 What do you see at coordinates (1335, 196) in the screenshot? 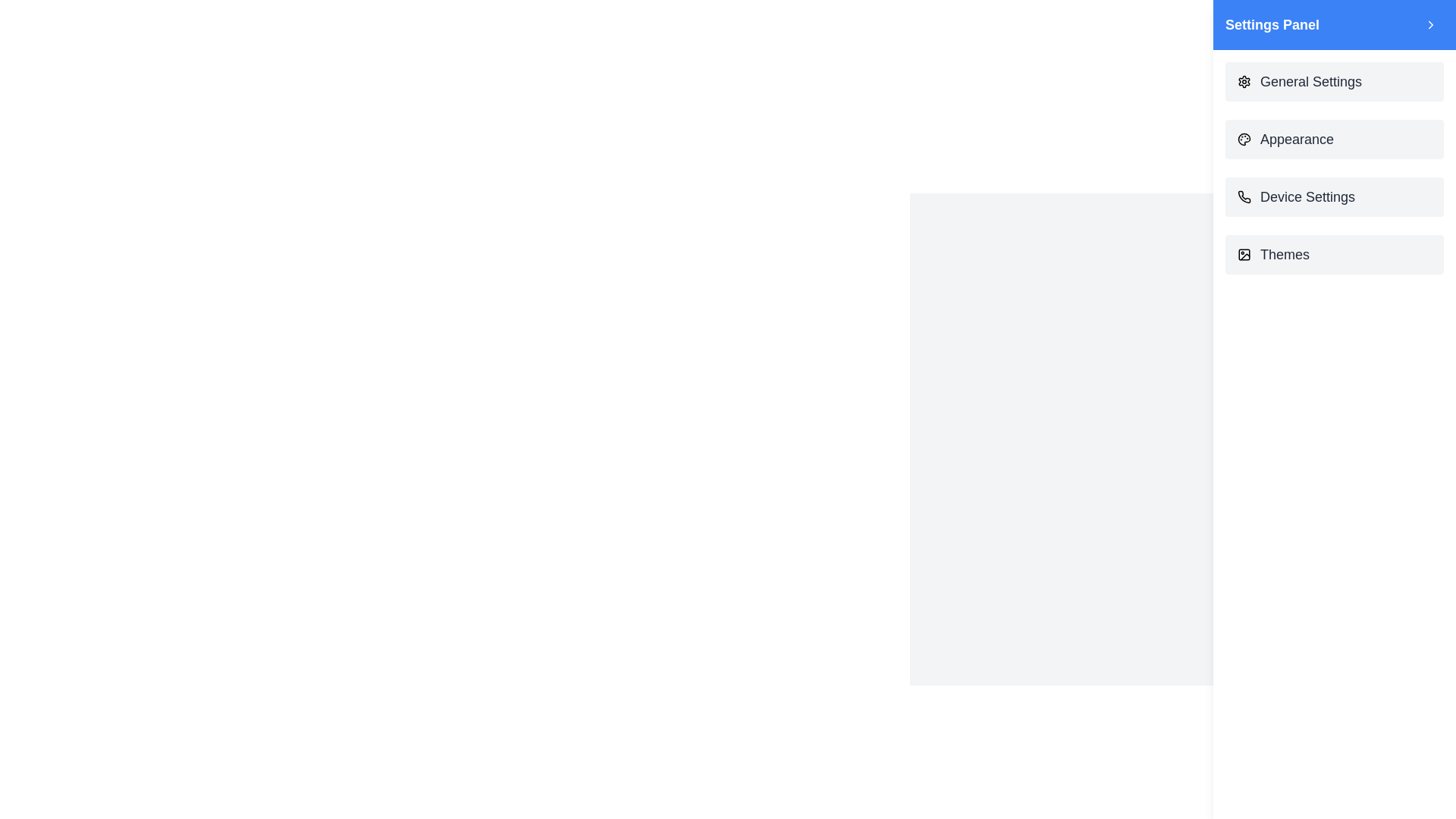
I see `the 'Device Settings' button, which is a rectangular button with rounded corners, containing a black phone icon and dark gray text, to change its background color` at bounding box center [1335, 196].